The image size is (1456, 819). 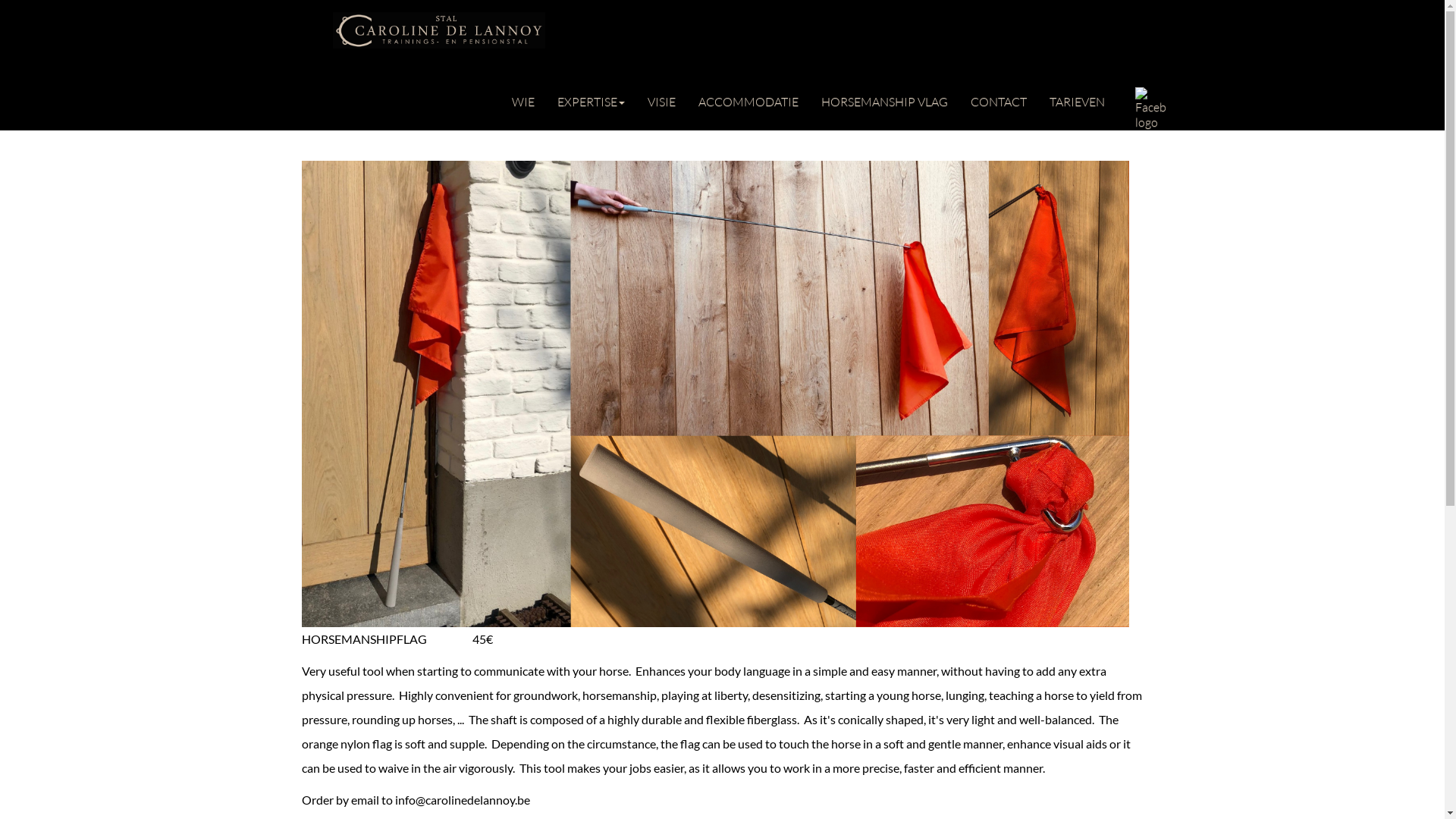 What do you see at coordinates (1150, 107) in the screenshot?
I see `'Facebook logo'` at bounding box center [1150, 107].